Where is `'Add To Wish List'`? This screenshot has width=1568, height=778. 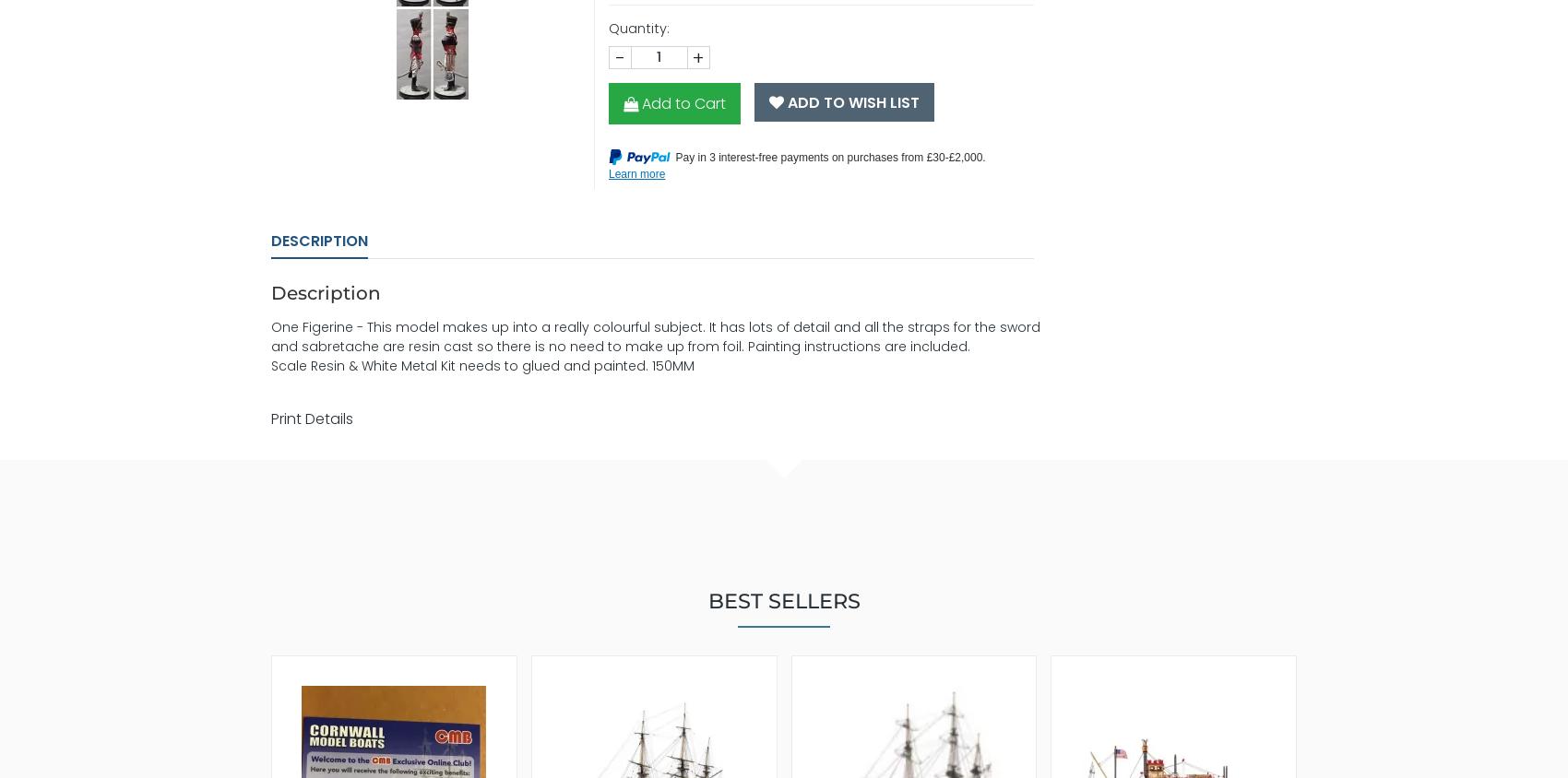
'Add To Wish List' is located at coordinates (781, 102).